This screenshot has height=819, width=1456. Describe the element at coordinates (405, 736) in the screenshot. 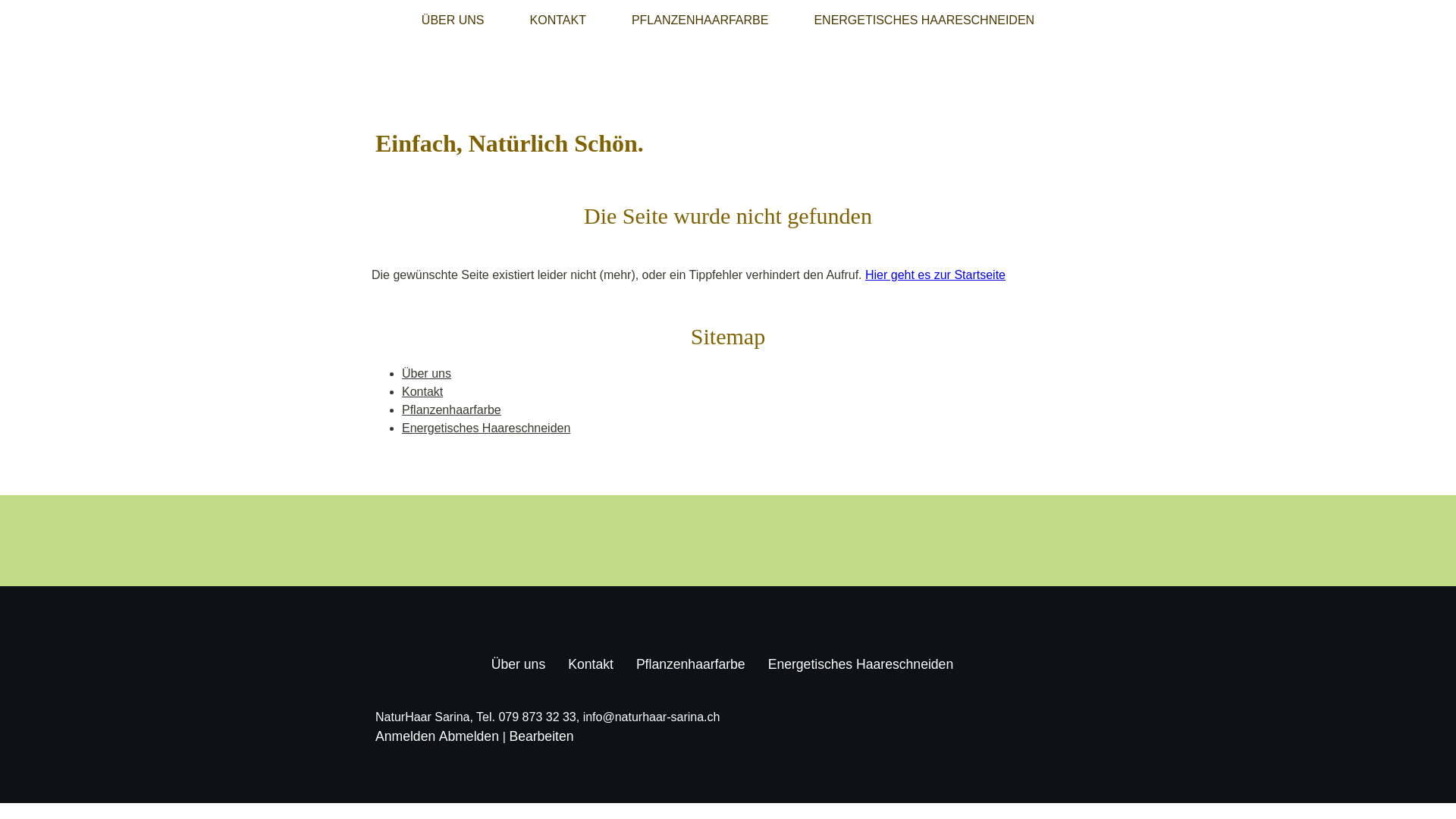

I see `'Anmelden'` at that location.